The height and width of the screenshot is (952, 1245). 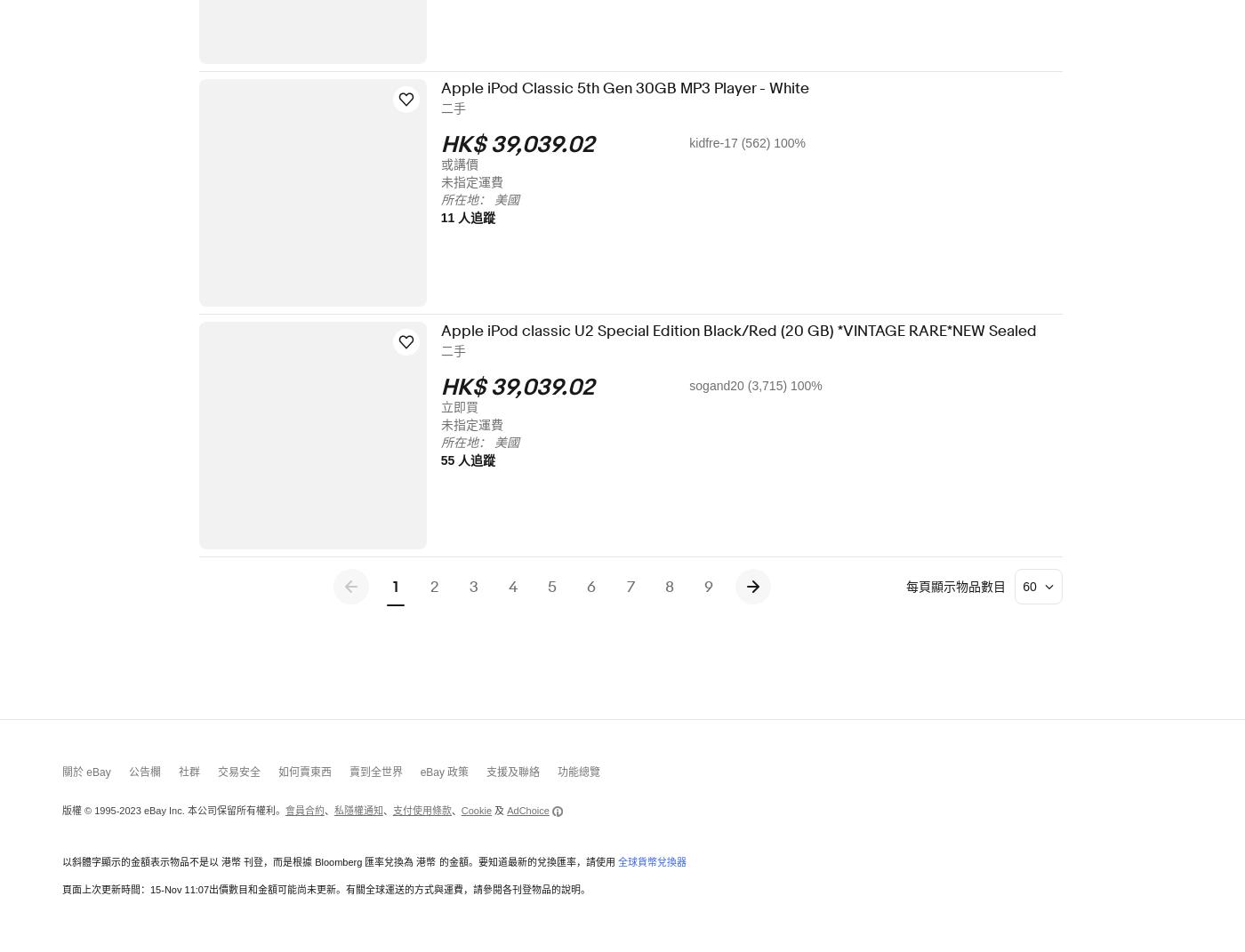 What do you see at coordinates (479, 460) in the screenshot?
I see `'55 人追蹤'` at bounding box center [479, 460].